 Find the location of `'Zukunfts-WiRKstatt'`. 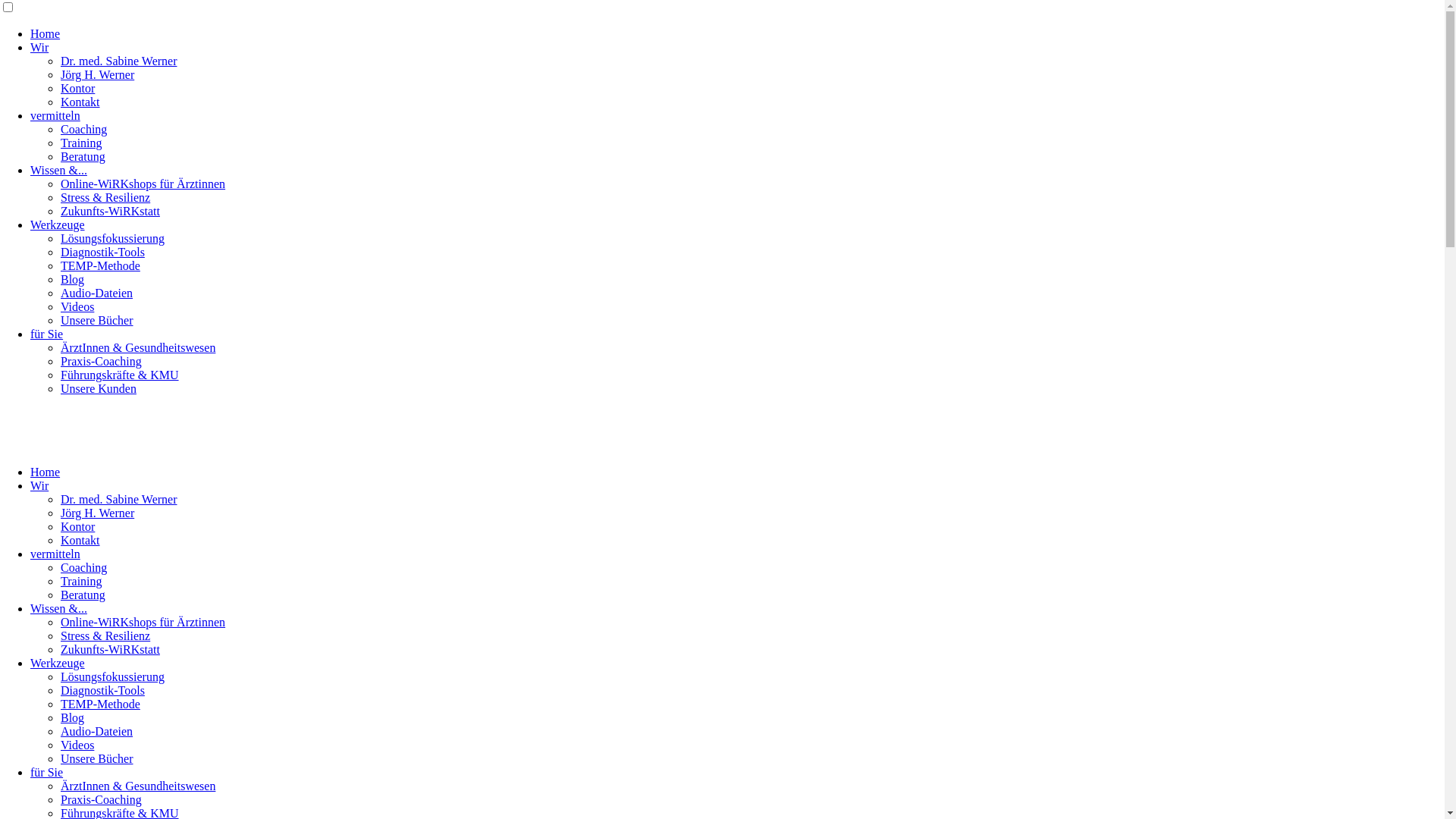

'Zukunfts-WiRKstatt' is located at coordinates (109, 648).